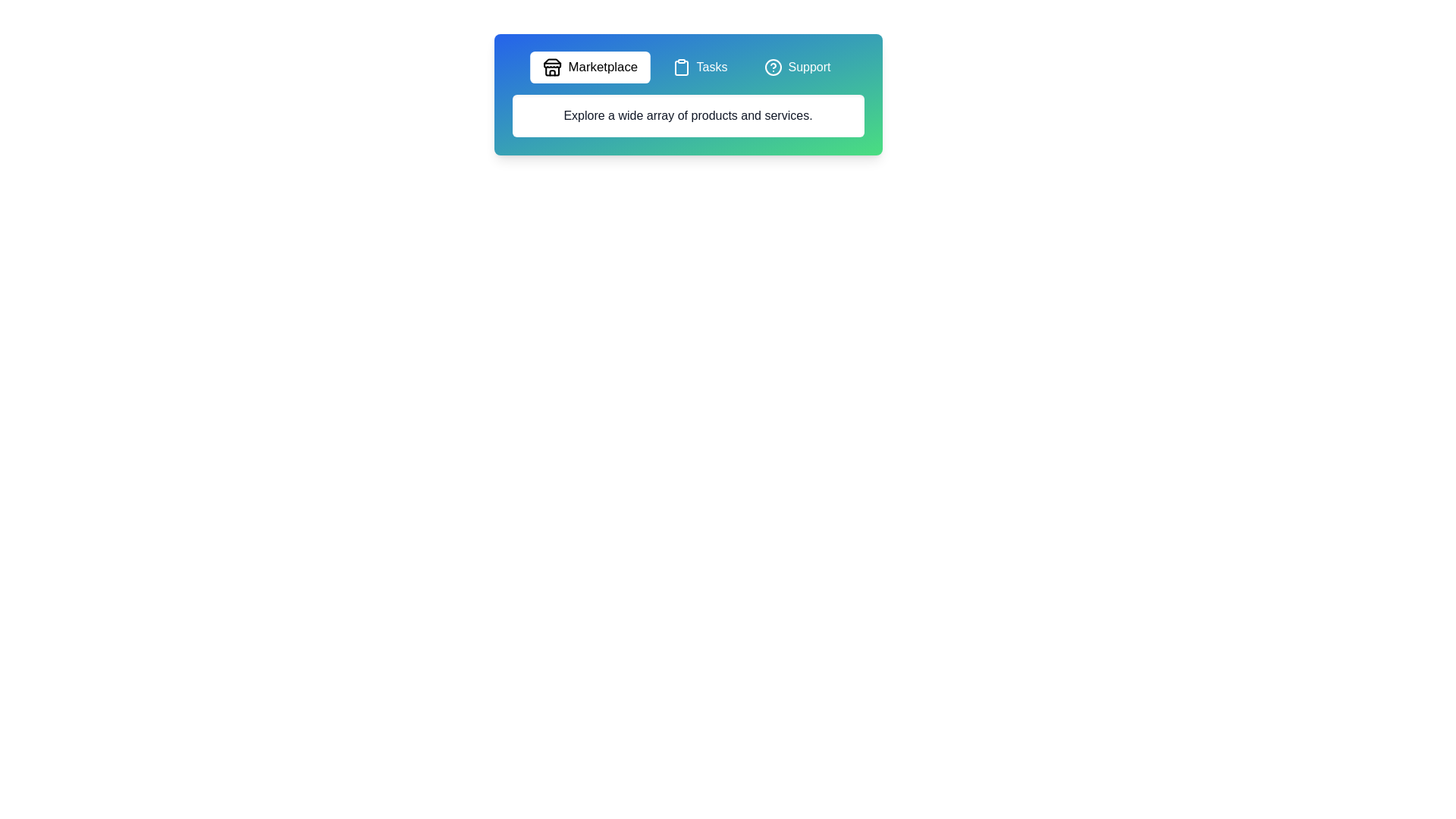 The height and width of the screenshot is (819, 1456). Describe the element at coordinates (589, 66) in the screenshot. I see `the tab button labeled Marketplace to observe its hover effect` at that location.